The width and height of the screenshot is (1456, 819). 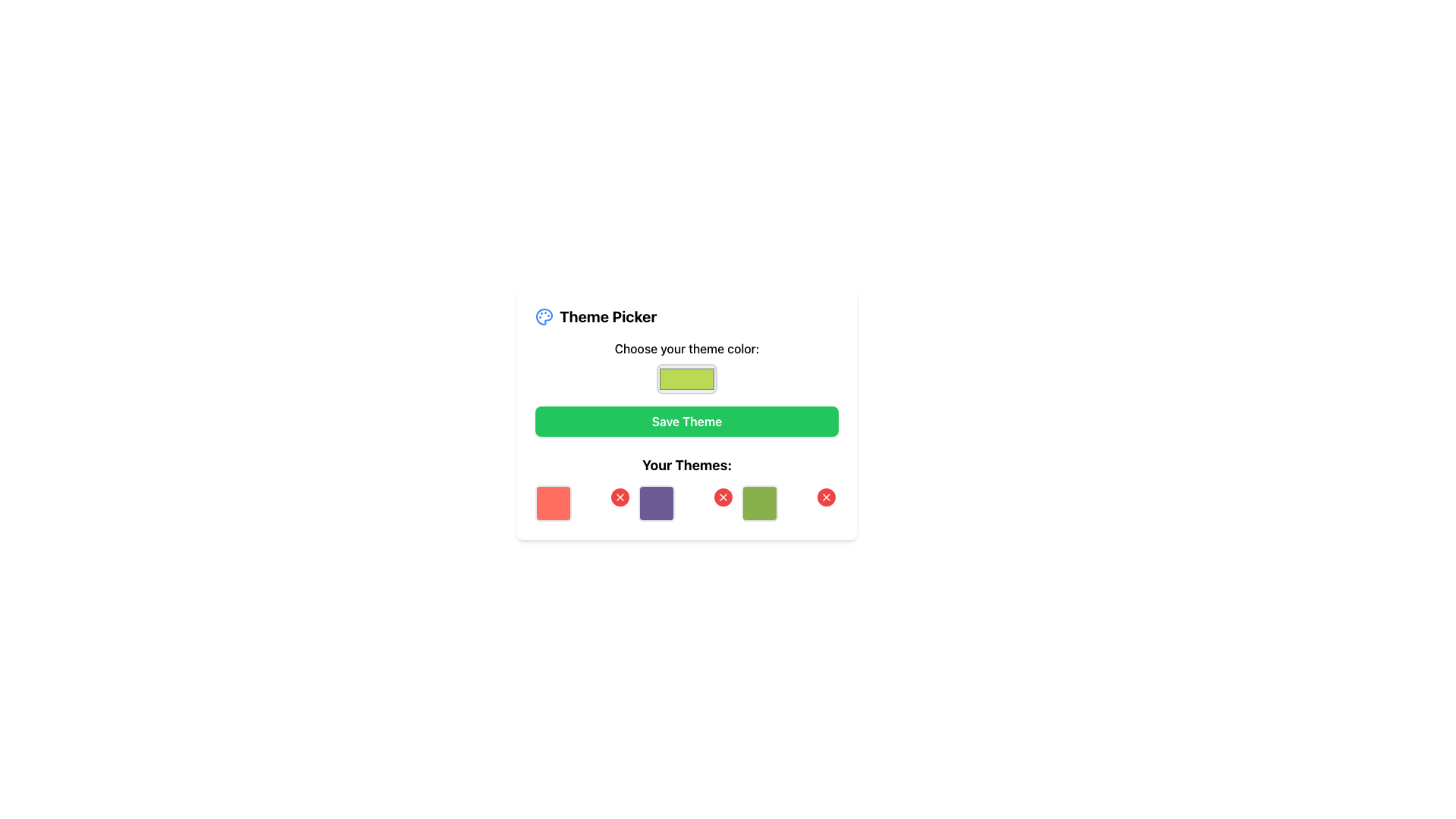 I want to click on the circular red button with a white cross icon located in the top-right corner of the green theme box in the 'Your Themes' section, so click(x=825, y=497).